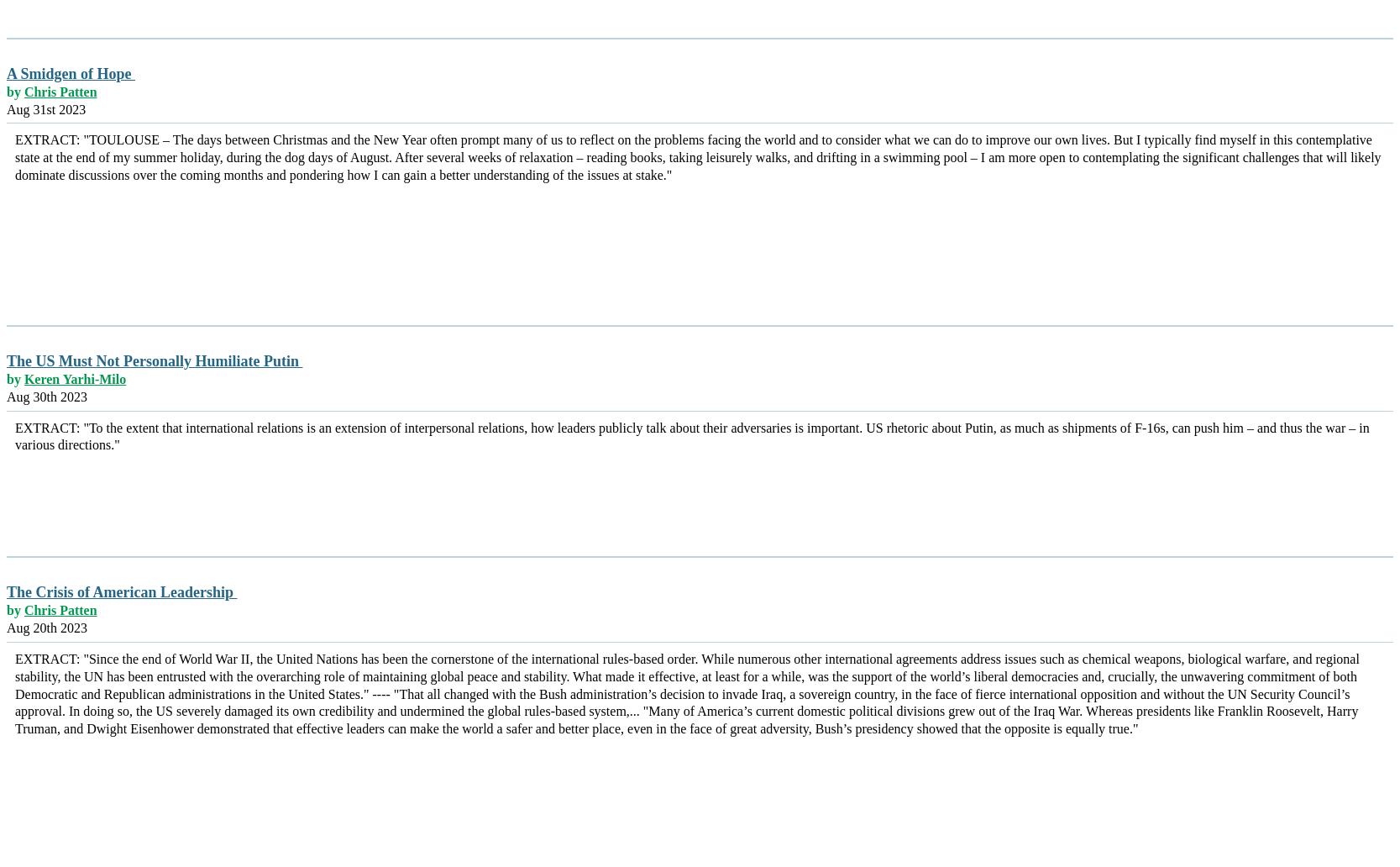 The width and height of the screenshot is (1400, 867). What do you see at coordinates (47, 395) in the screenshot?
I see `'Aug 30th 2023'` at bounding box center [47, 395].